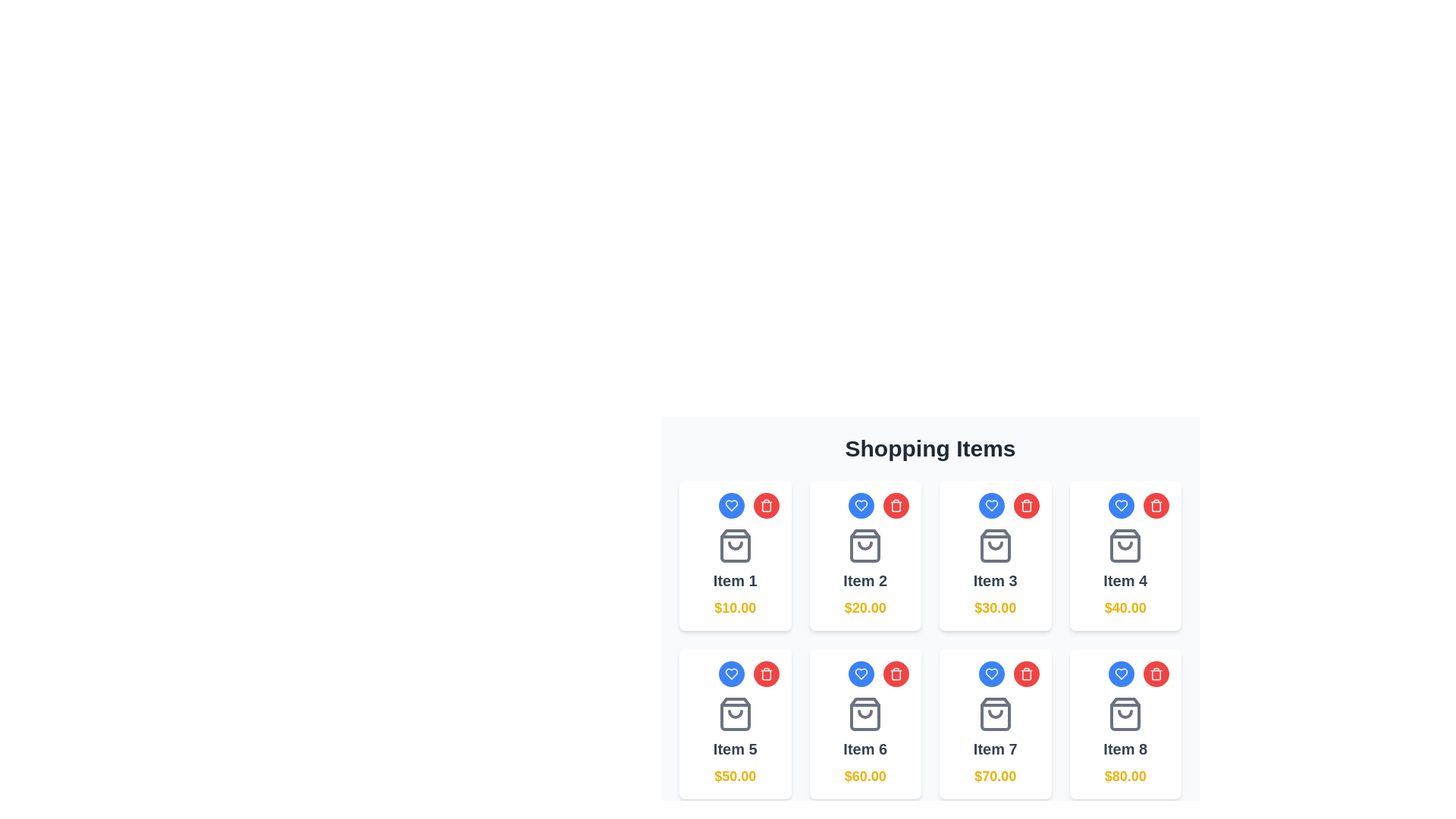  Describe the element at coordinates (1121, 673) in the screenshot. I see `the heart-shaped icon outlined in blue and white` at that location.